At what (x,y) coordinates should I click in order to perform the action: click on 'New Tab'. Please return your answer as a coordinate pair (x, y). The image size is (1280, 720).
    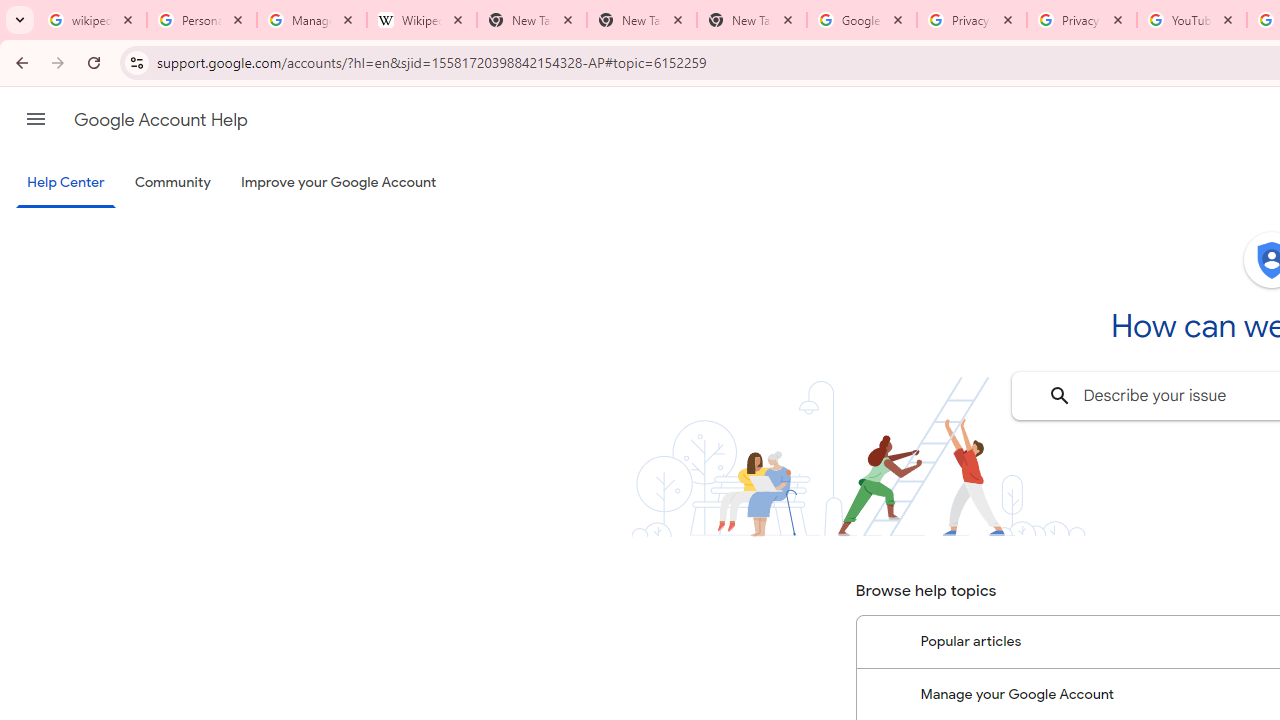
    Looking at the image, I should click on (751, 20).